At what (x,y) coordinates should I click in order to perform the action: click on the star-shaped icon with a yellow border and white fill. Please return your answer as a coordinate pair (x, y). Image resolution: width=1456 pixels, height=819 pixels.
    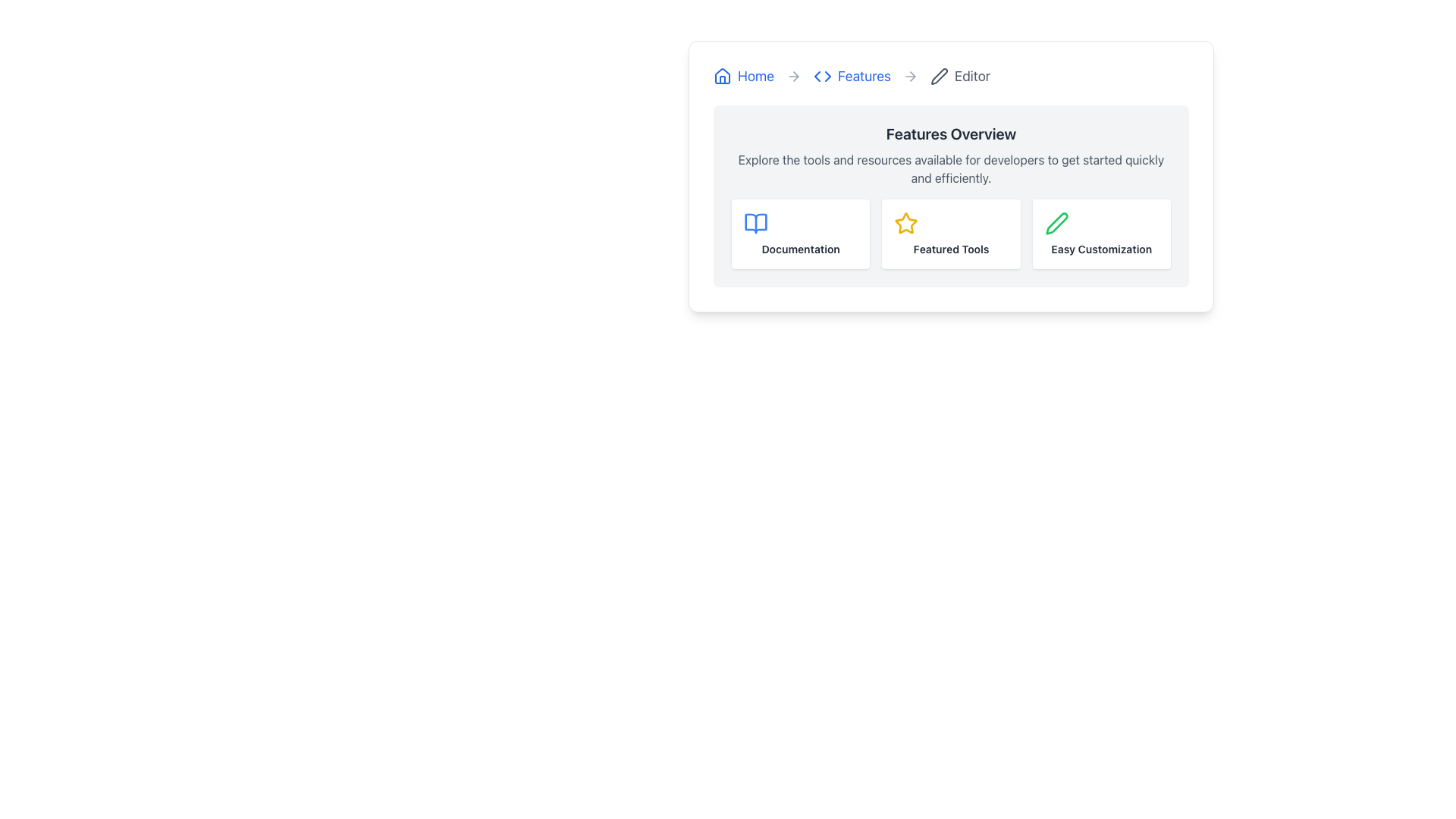
    Looking at the image, I should click on (906, 222).